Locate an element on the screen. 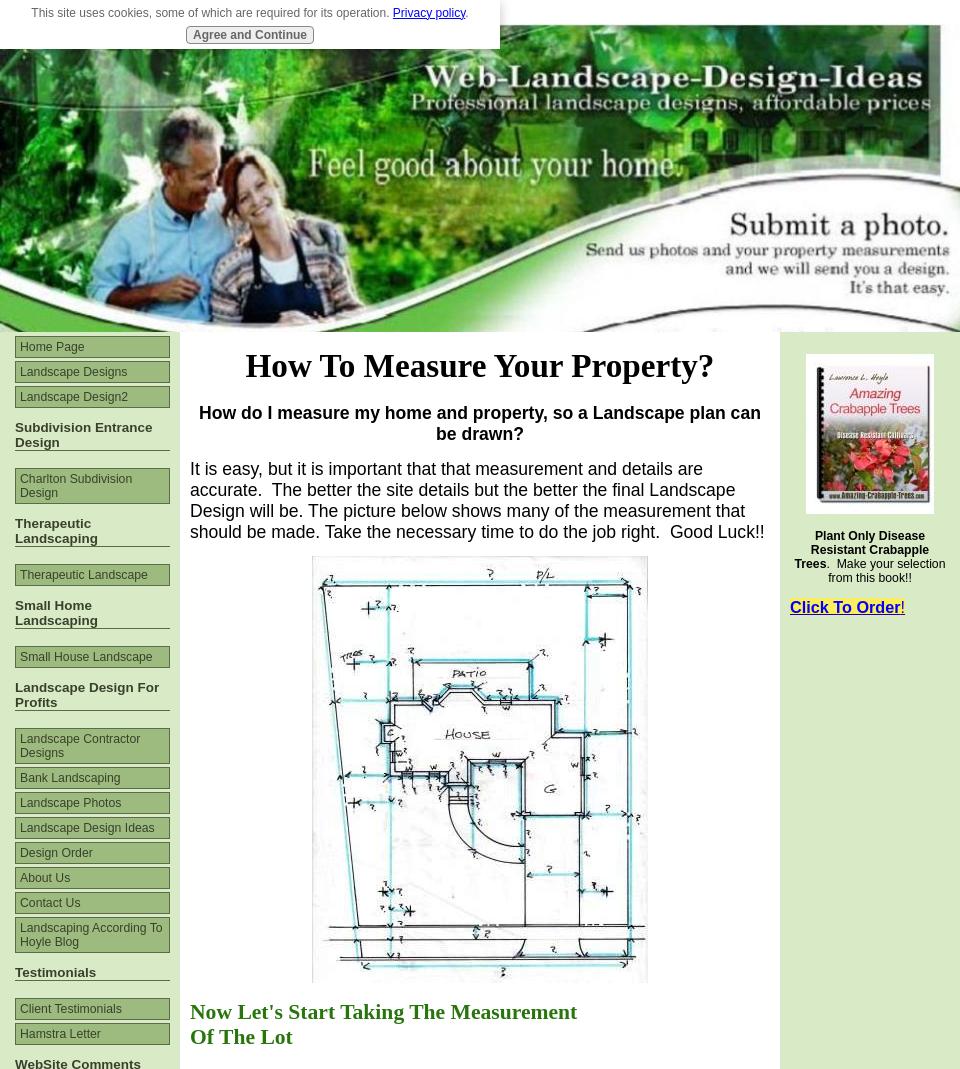  'Click To Order' is located at coordinates (843, 606).